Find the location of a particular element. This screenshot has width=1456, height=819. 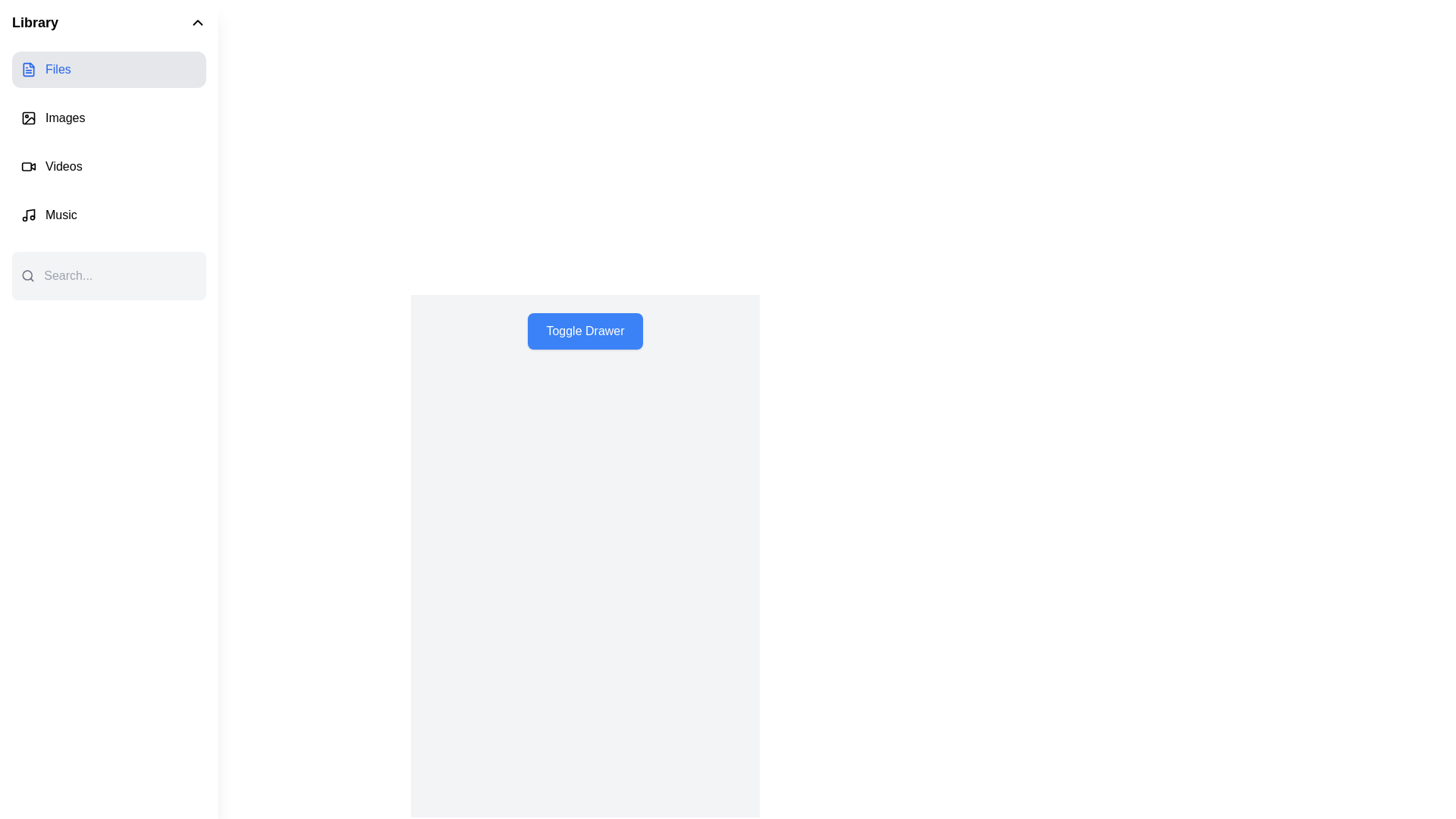

the search icon located in the left sidebar menu, which serves as a visual cue for the search functionality is located at coordinates (28, 275).